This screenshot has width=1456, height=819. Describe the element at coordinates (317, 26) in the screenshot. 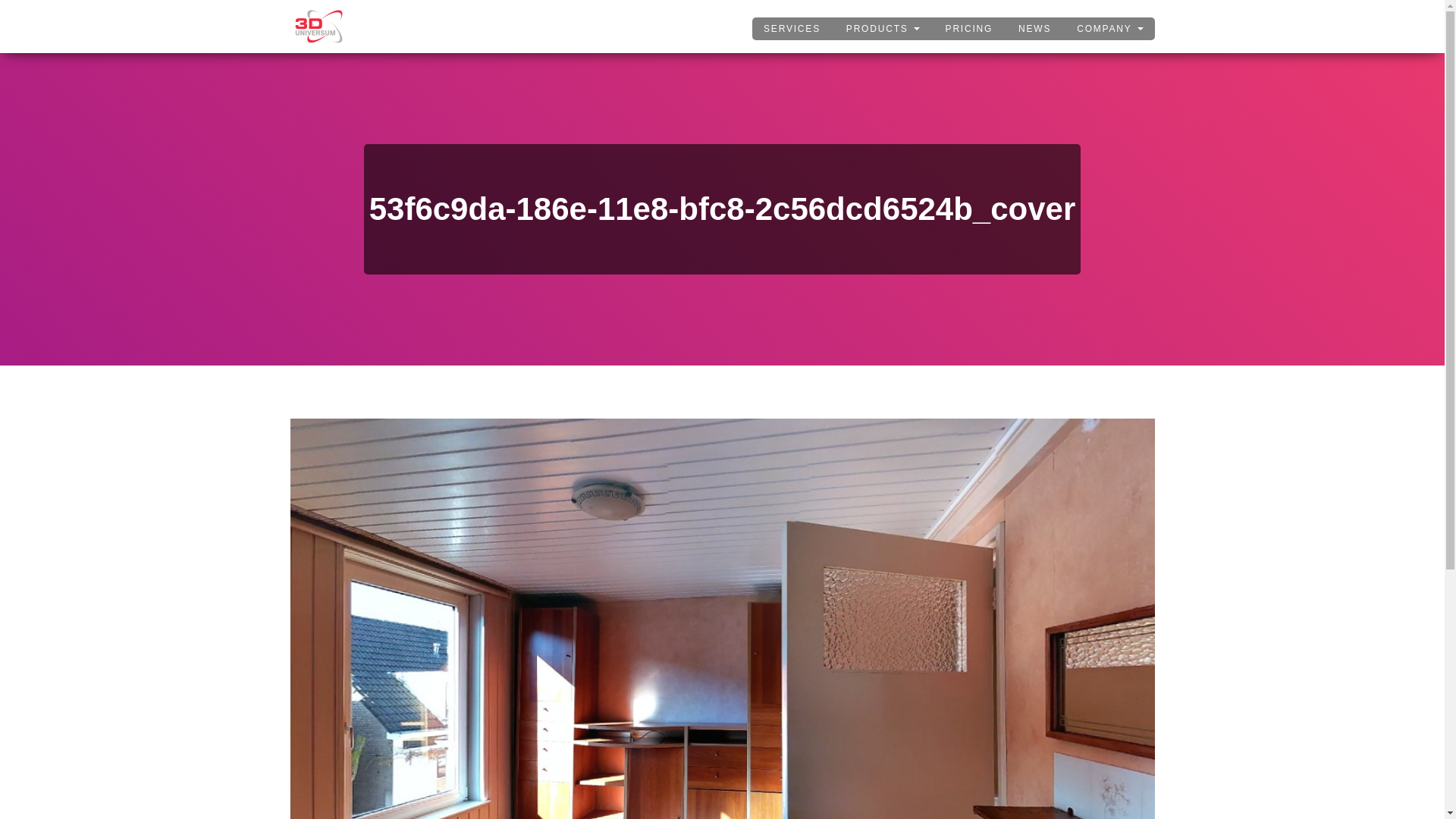

I see `'3DUNIVERSUM'` at that location.